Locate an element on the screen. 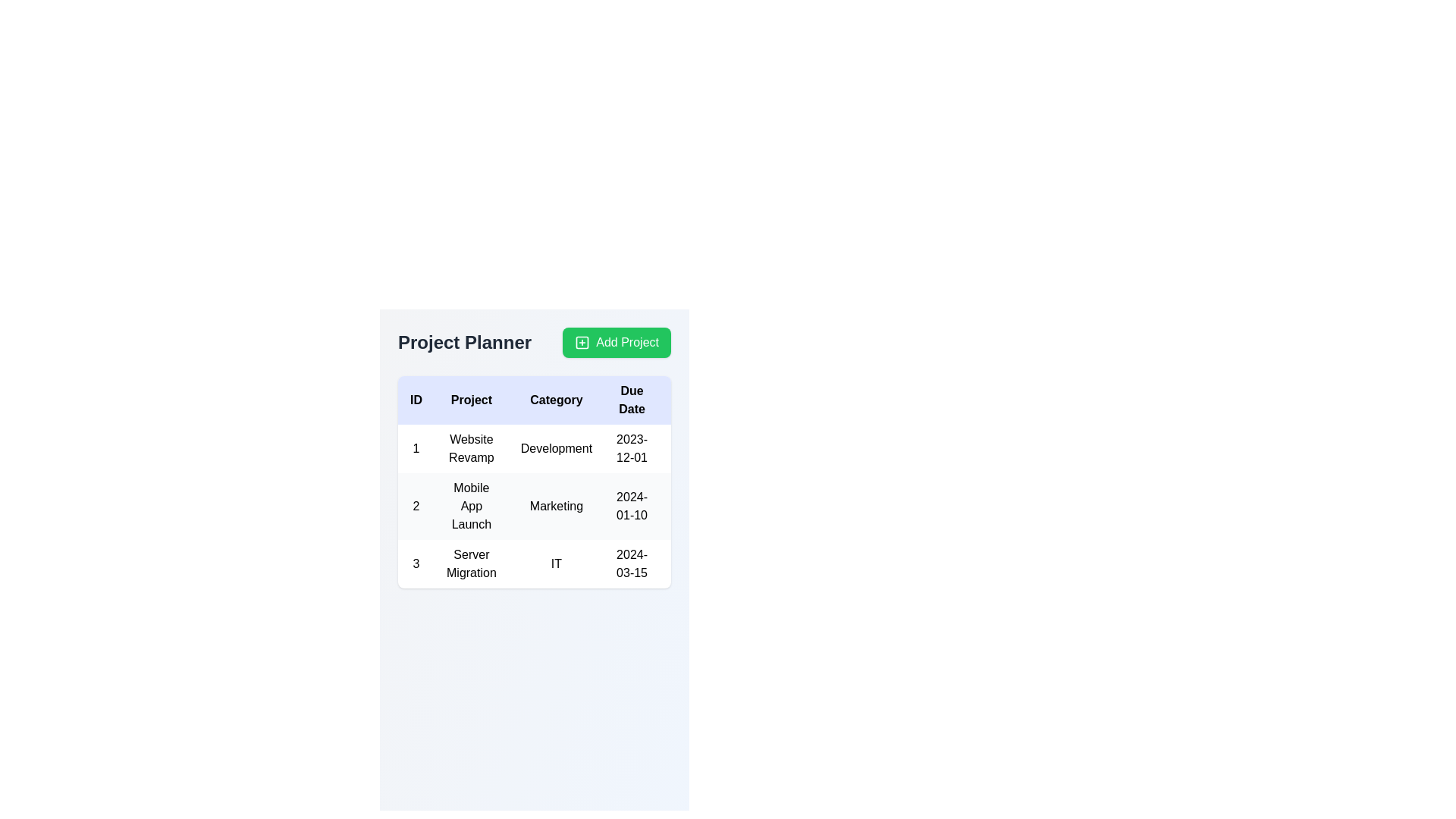 This screenshot has width=1456, height=819. the second row of the table summarizing the 'Mobile App Launch' project is located at coordinates (615, 506).